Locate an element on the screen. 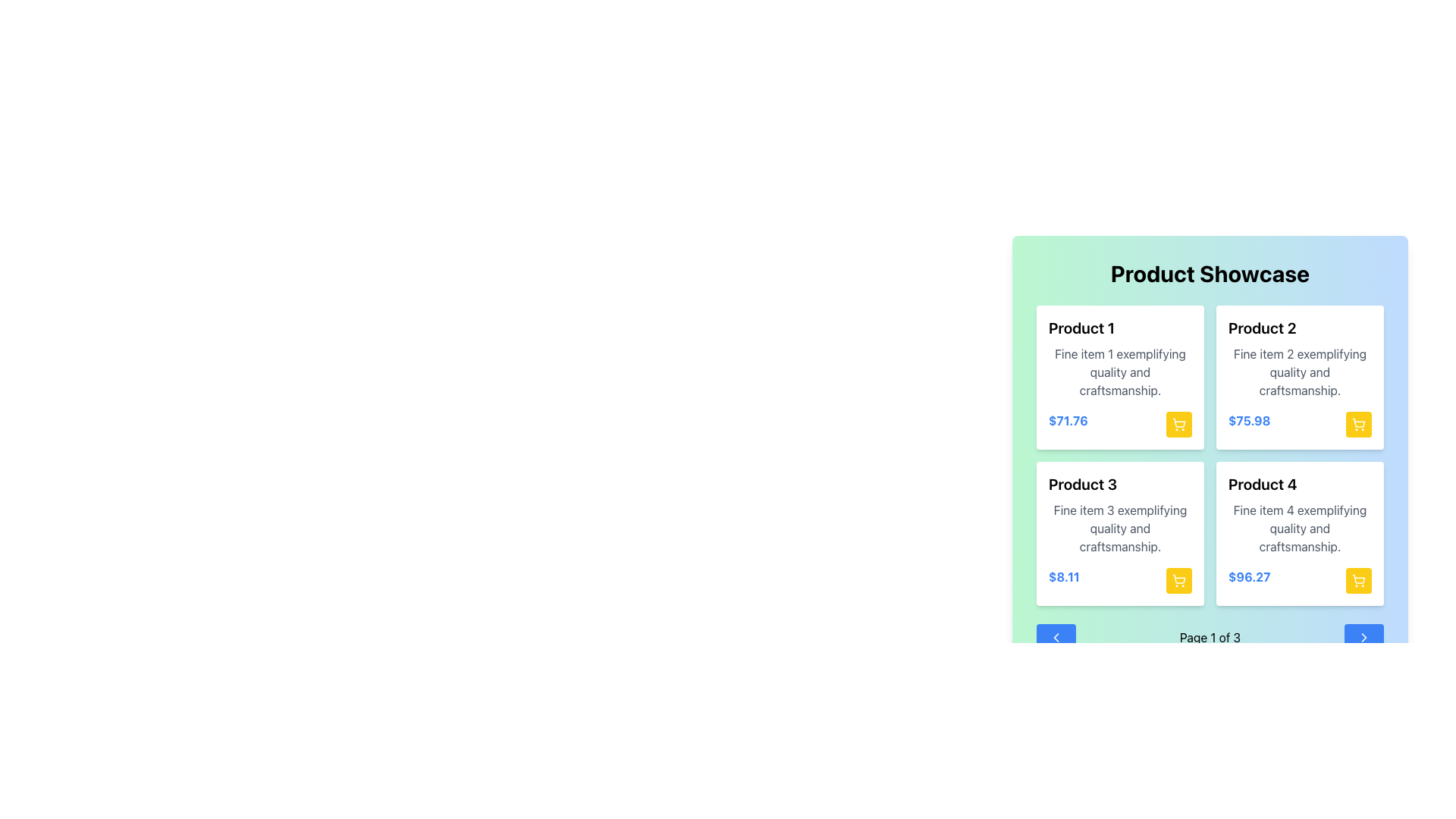  the navigational icon located within the blue rounded button at the bottom left of the product listings is located at coordinates (1055, 637).